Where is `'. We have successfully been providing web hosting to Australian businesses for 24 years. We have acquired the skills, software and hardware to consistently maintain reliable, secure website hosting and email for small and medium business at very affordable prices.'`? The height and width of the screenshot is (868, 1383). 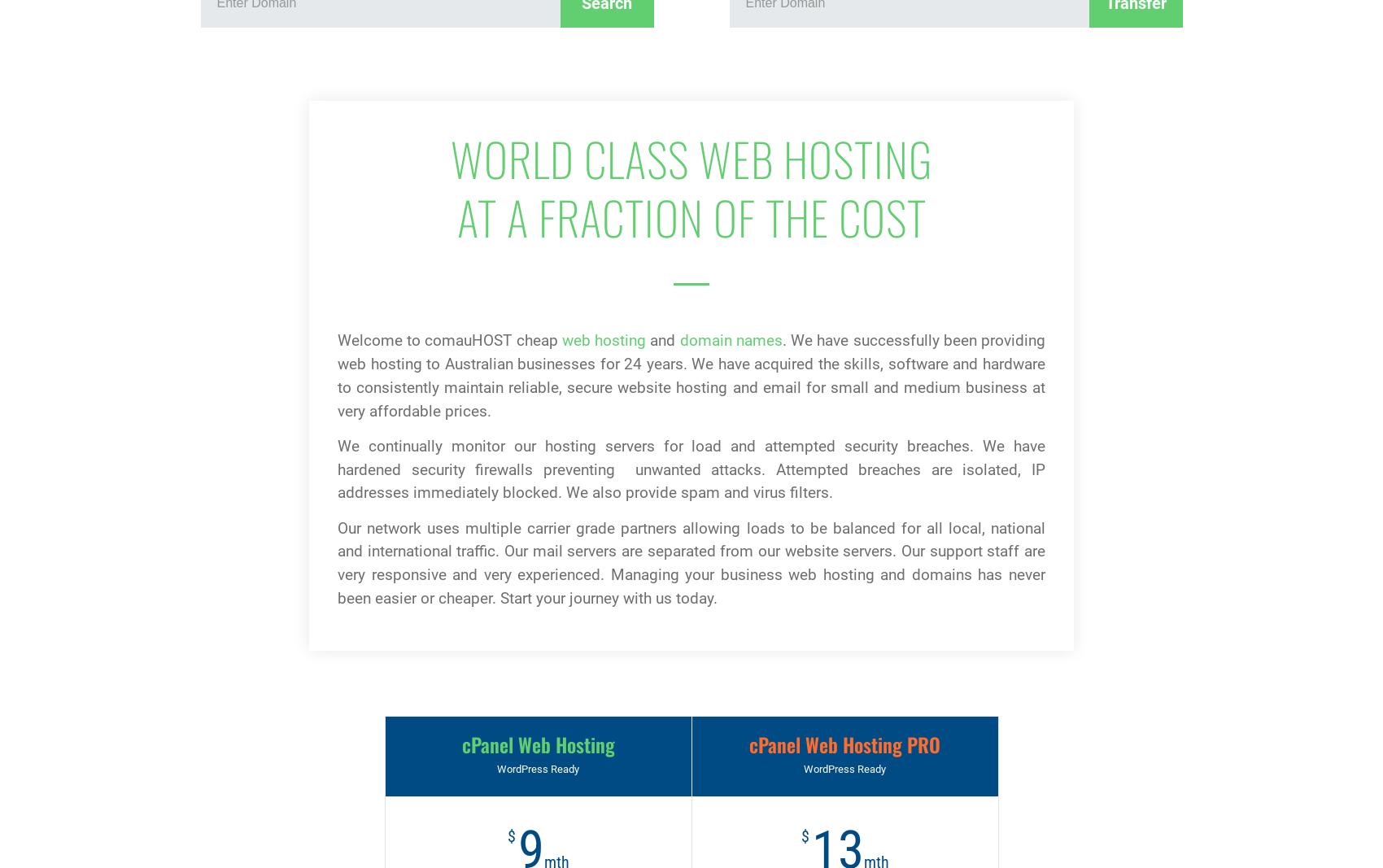 '. We have successfully been providing web hosting to Australian businesses for 24 years. We have acquired the skills, software and hardware to consistently maintain reliable, secure website hosting and email for small and medium business at very affordable prices.' is located at coordinates (691, 374).